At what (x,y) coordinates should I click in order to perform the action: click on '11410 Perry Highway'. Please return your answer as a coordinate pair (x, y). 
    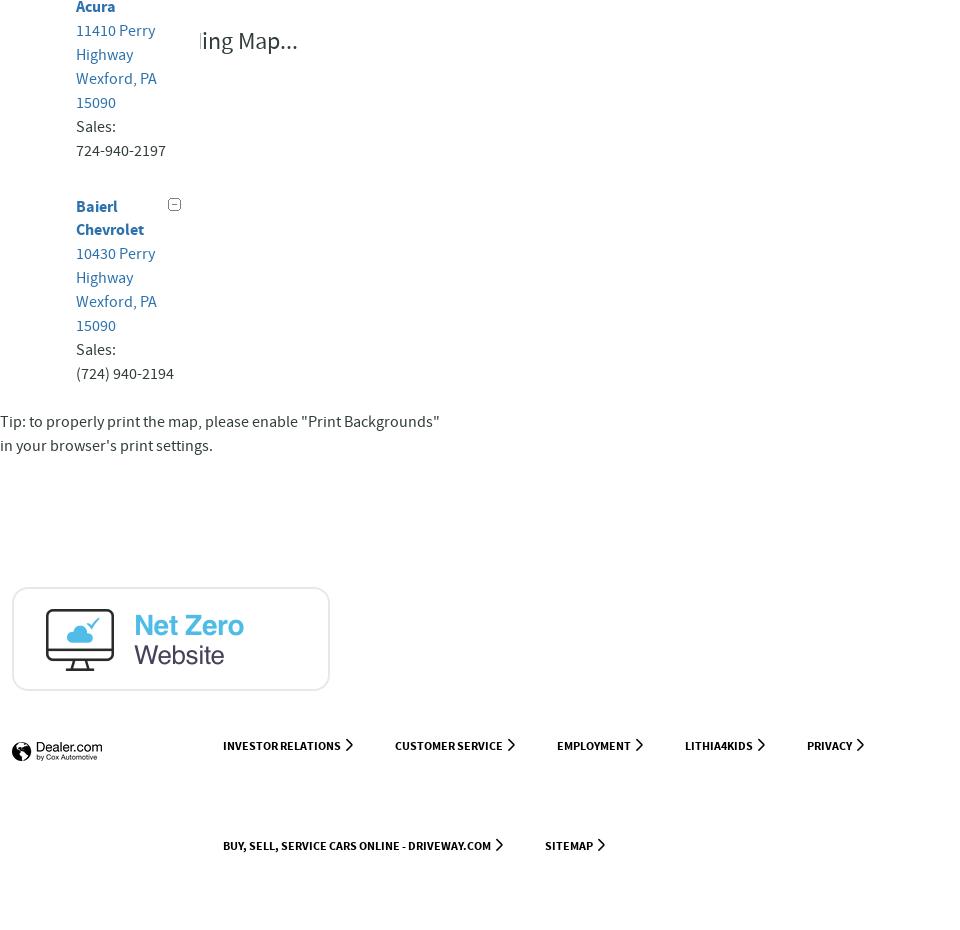
    Looking at the image, I should click on (115, 41).